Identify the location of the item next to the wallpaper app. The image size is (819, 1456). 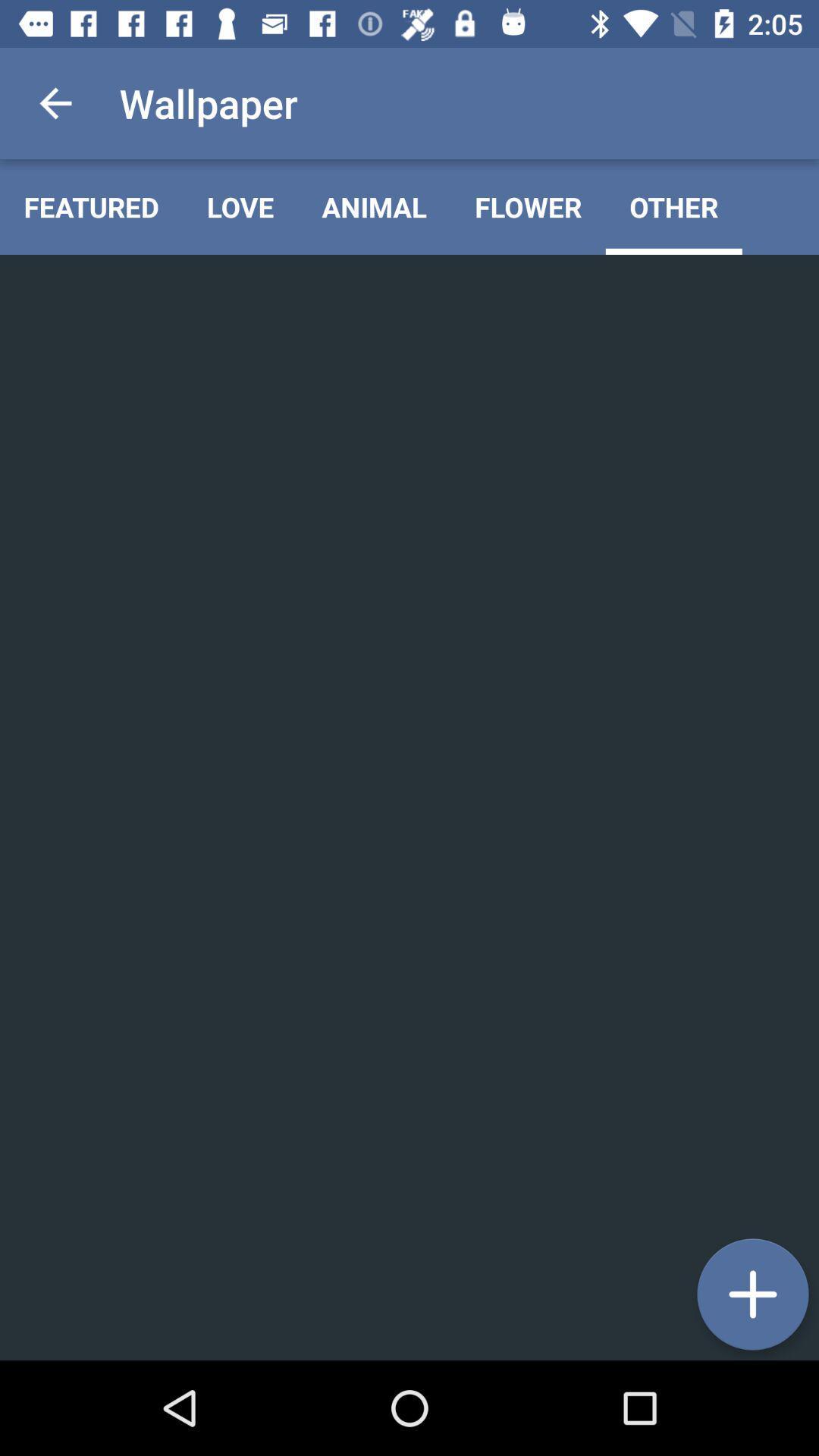
(55, 102).